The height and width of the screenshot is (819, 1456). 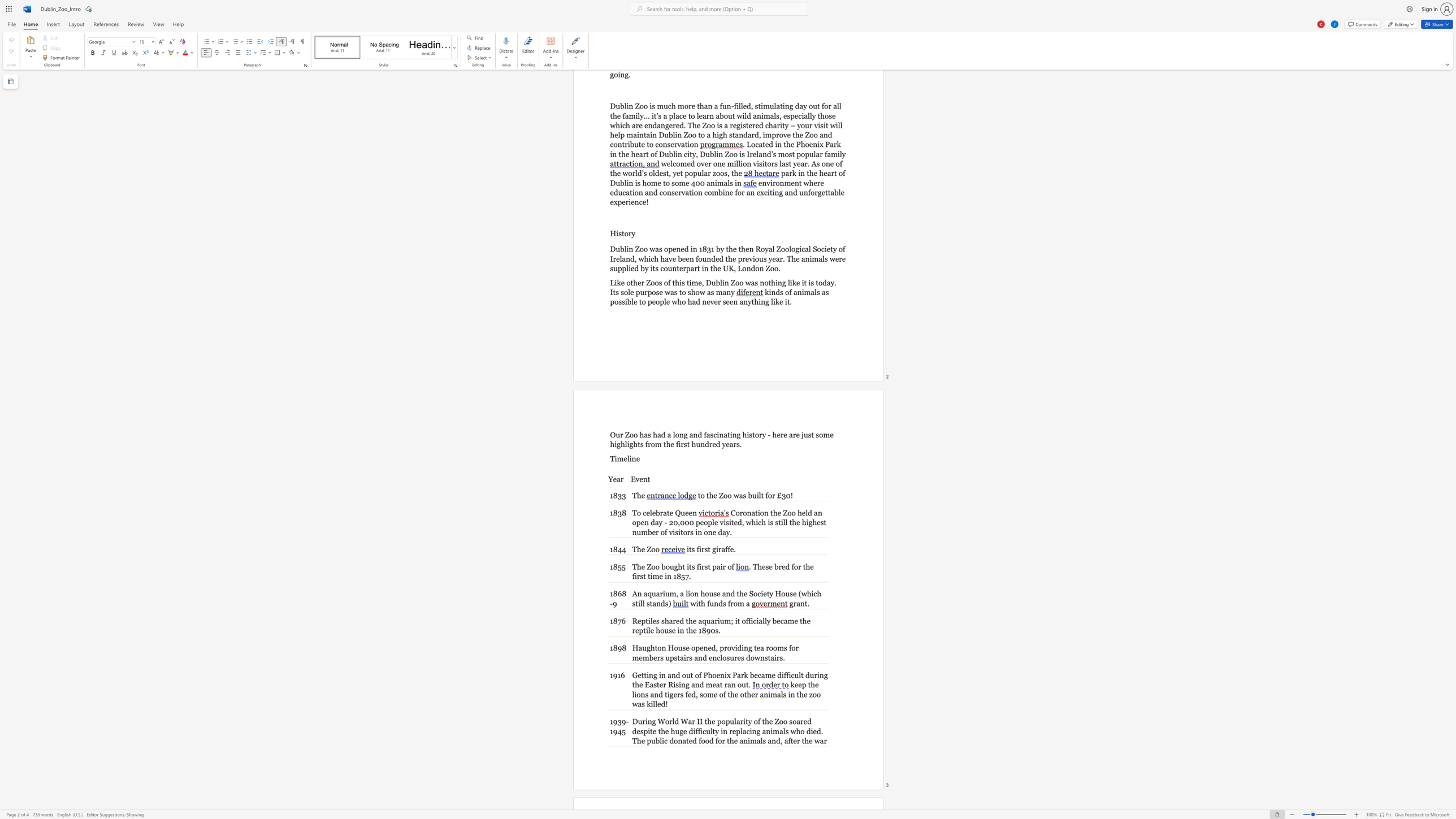 What do you see at coordinates (634, 575) in the screenshot?
I see `the subset text "irst time in 185" within the text ". These bred for the first time in 1857."` at bounding box center [634, 575].